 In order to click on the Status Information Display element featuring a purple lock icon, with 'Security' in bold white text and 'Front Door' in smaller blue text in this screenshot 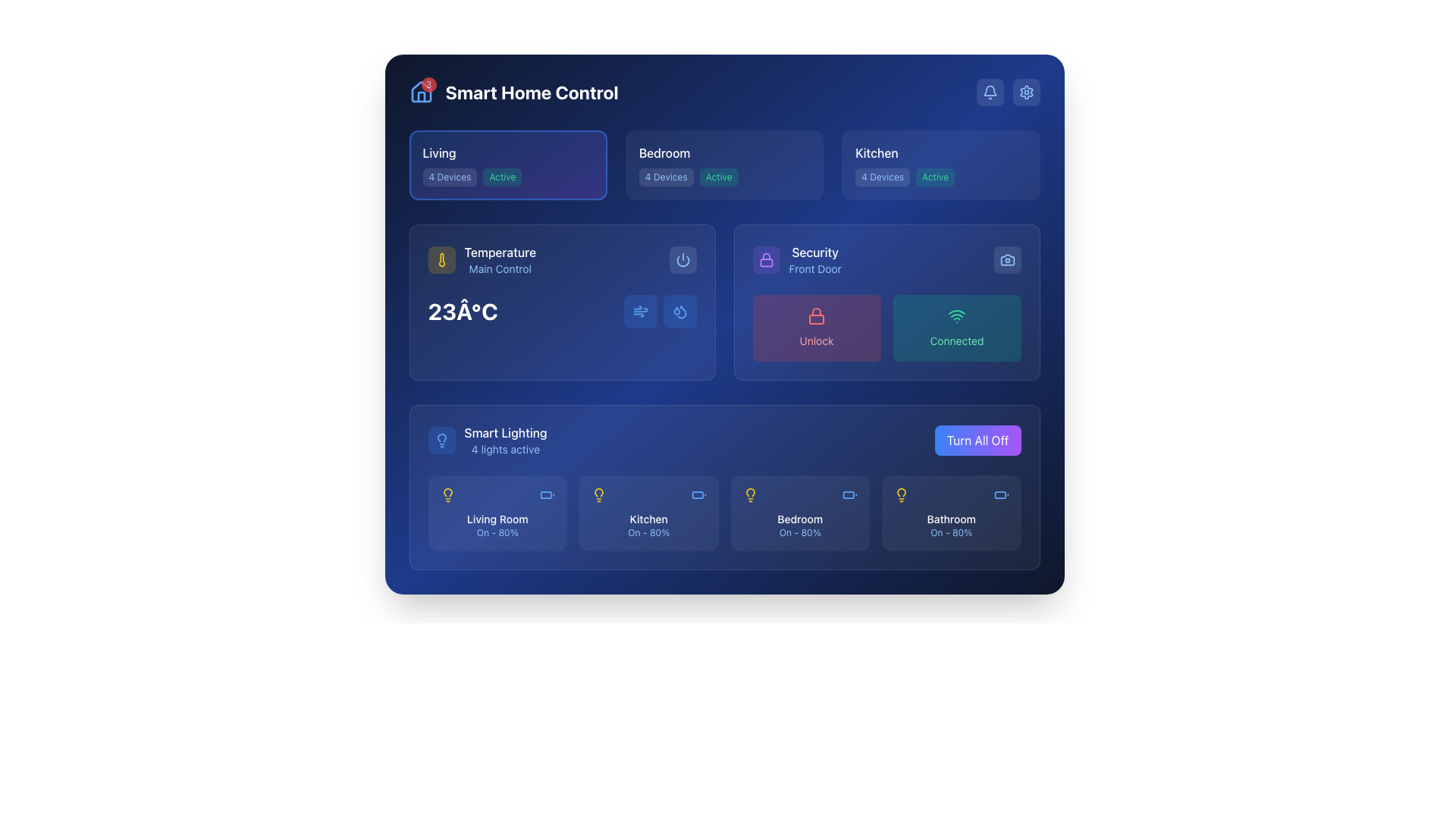, I will do `click(796, 259)`.